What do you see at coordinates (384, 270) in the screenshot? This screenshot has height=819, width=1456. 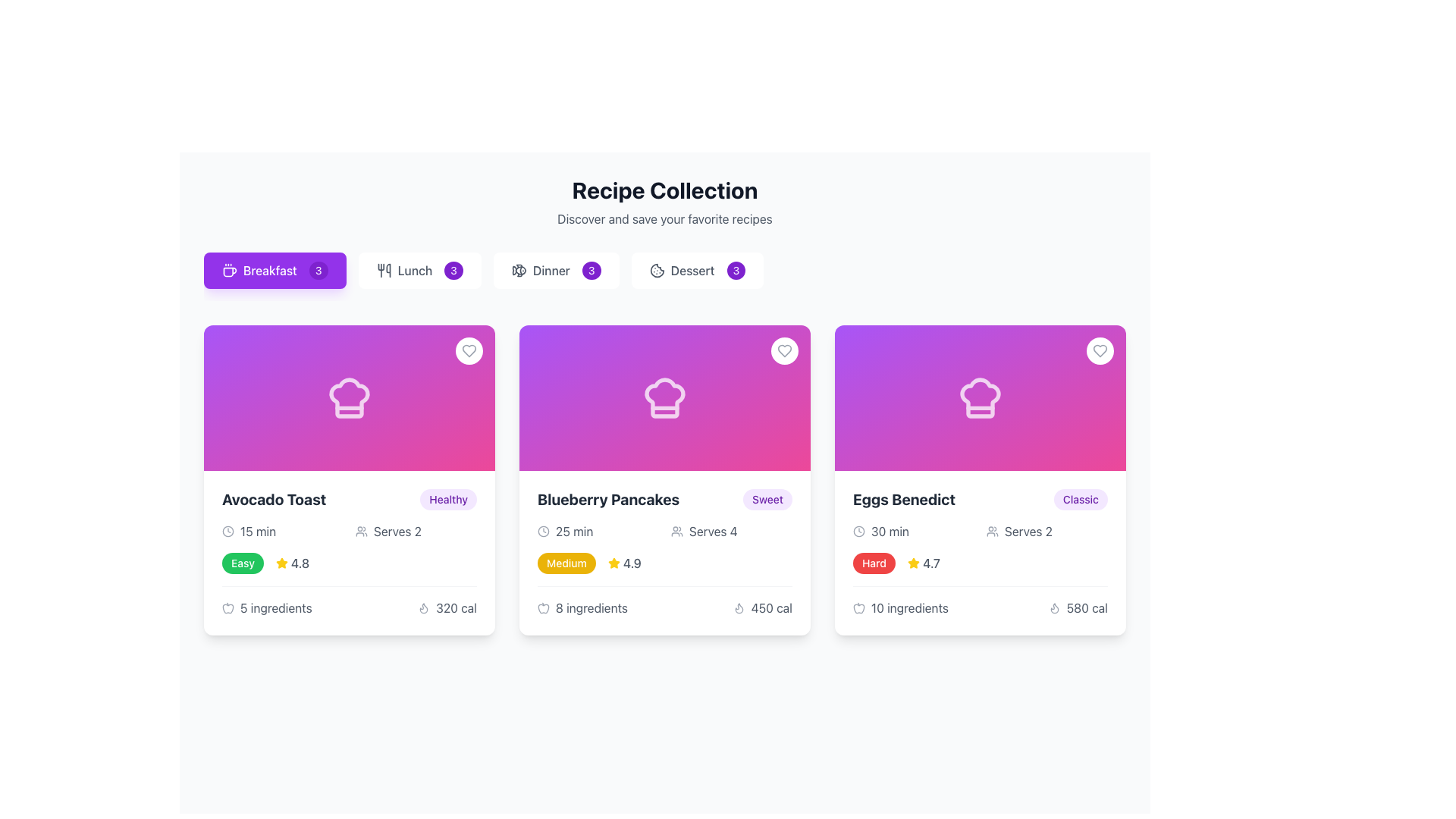 I see `the fork and knife icon located to the left of the 'Lunch' button, which has a modern, minimalistic design in gray color` at bounding box center [384, 270].